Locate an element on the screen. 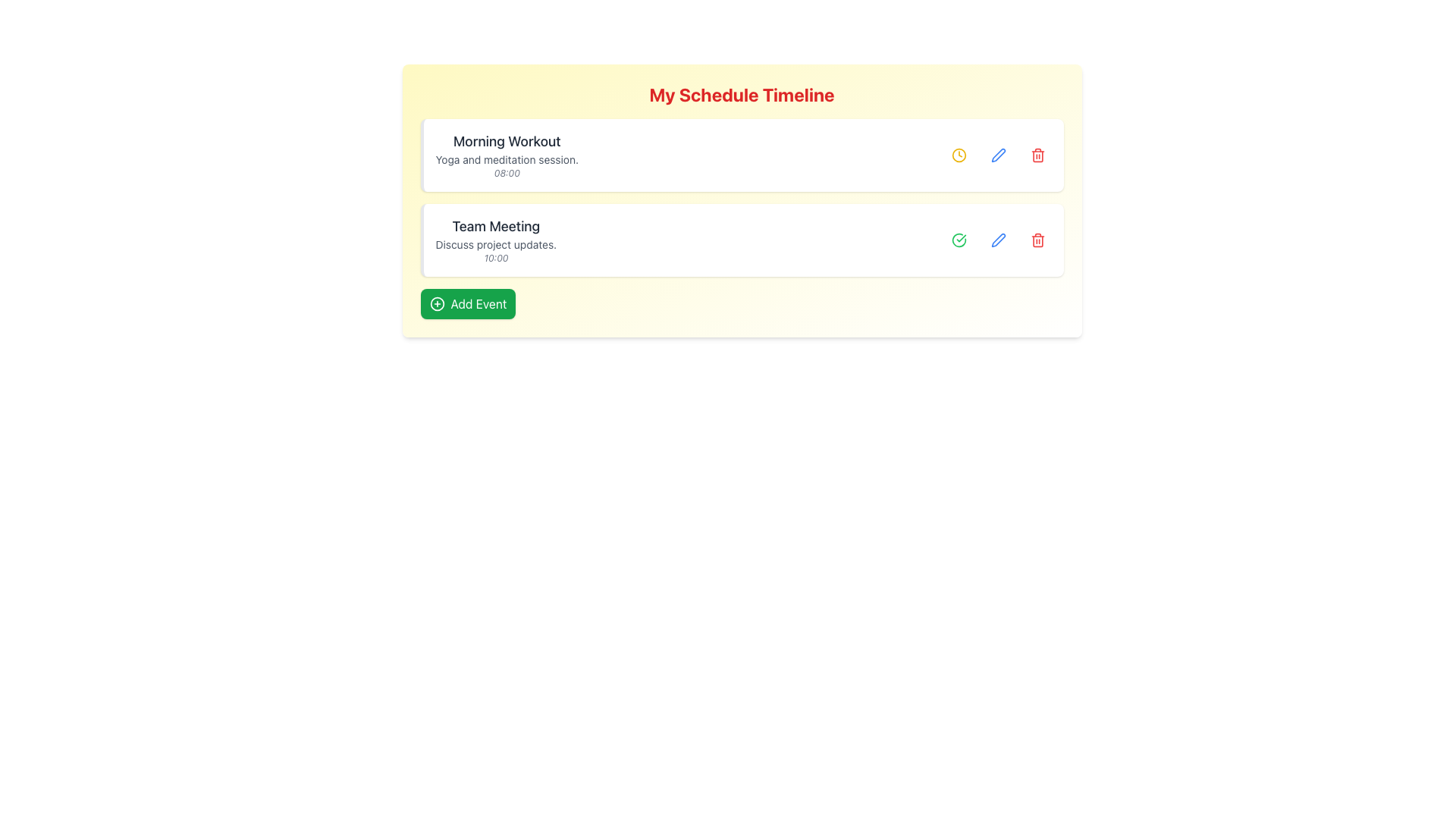  the descriptive text element located below the 'Team Meeting' title and above the '10:00' timestamp in the second card of the timeline is located at coordinates (496, 244).